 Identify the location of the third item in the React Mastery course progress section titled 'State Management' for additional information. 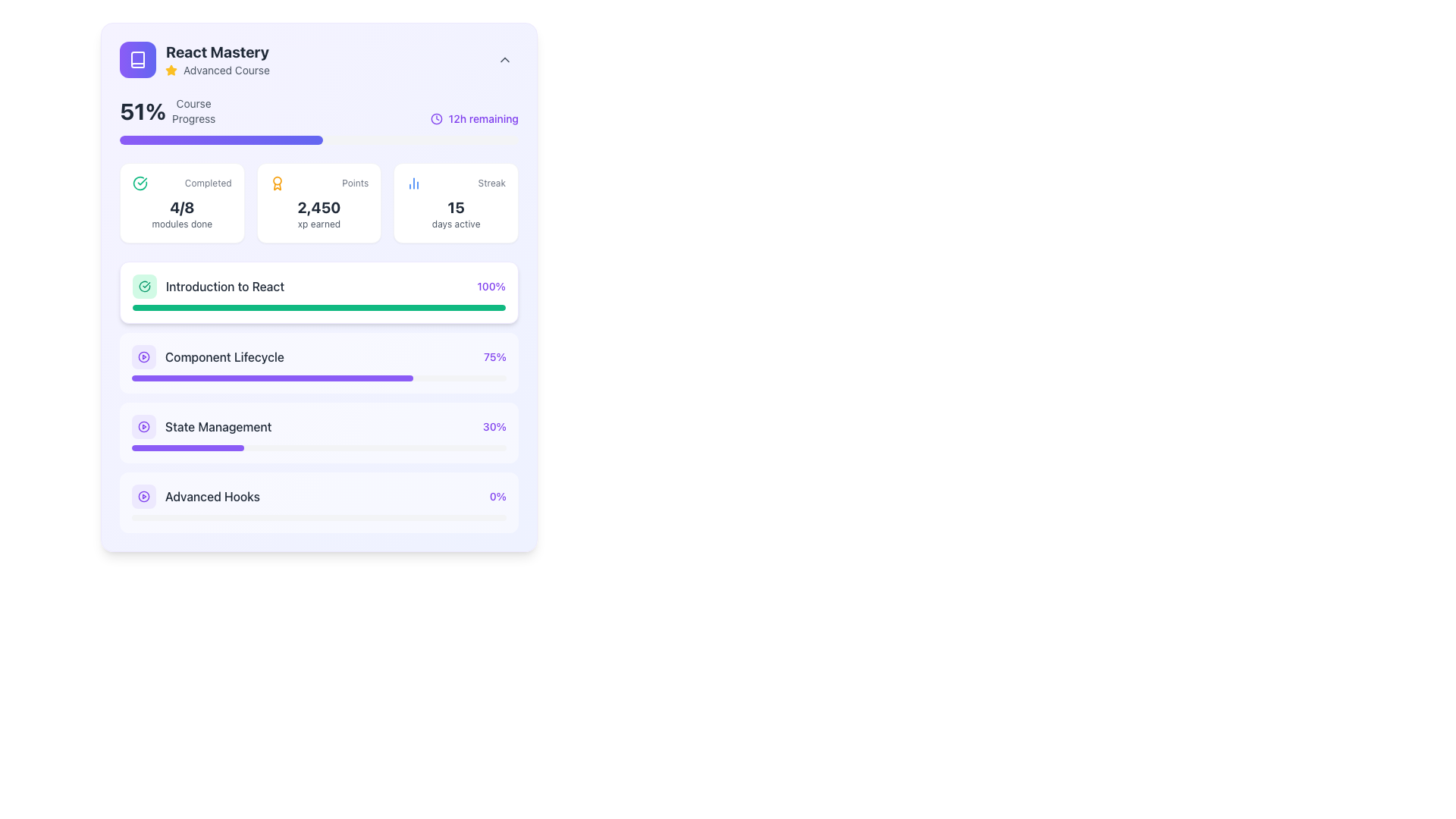
(201, 427).